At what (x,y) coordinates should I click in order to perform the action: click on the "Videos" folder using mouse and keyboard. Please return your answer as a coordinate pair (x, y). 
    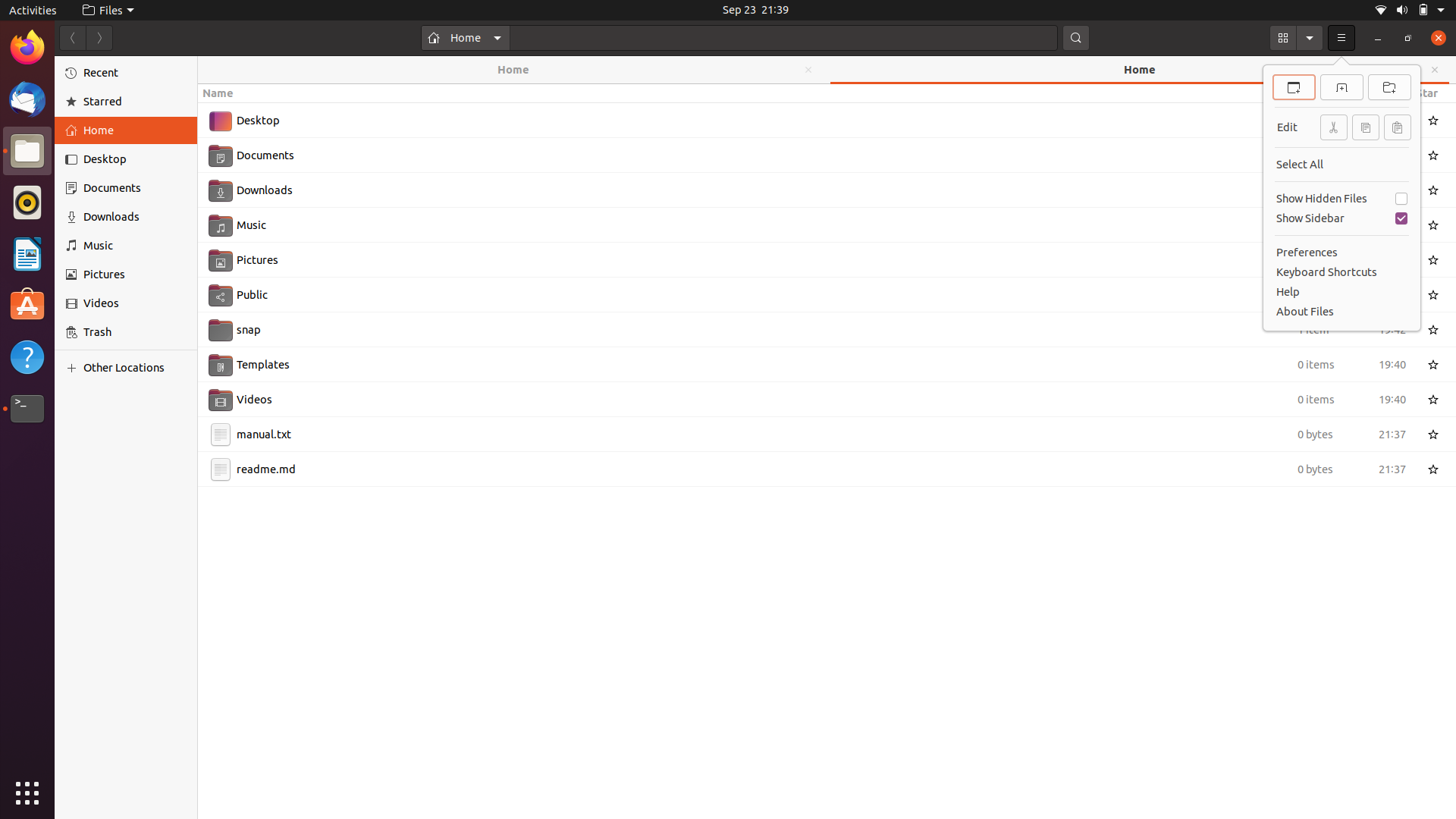
    Looking at the image, I should click on (809, 397).